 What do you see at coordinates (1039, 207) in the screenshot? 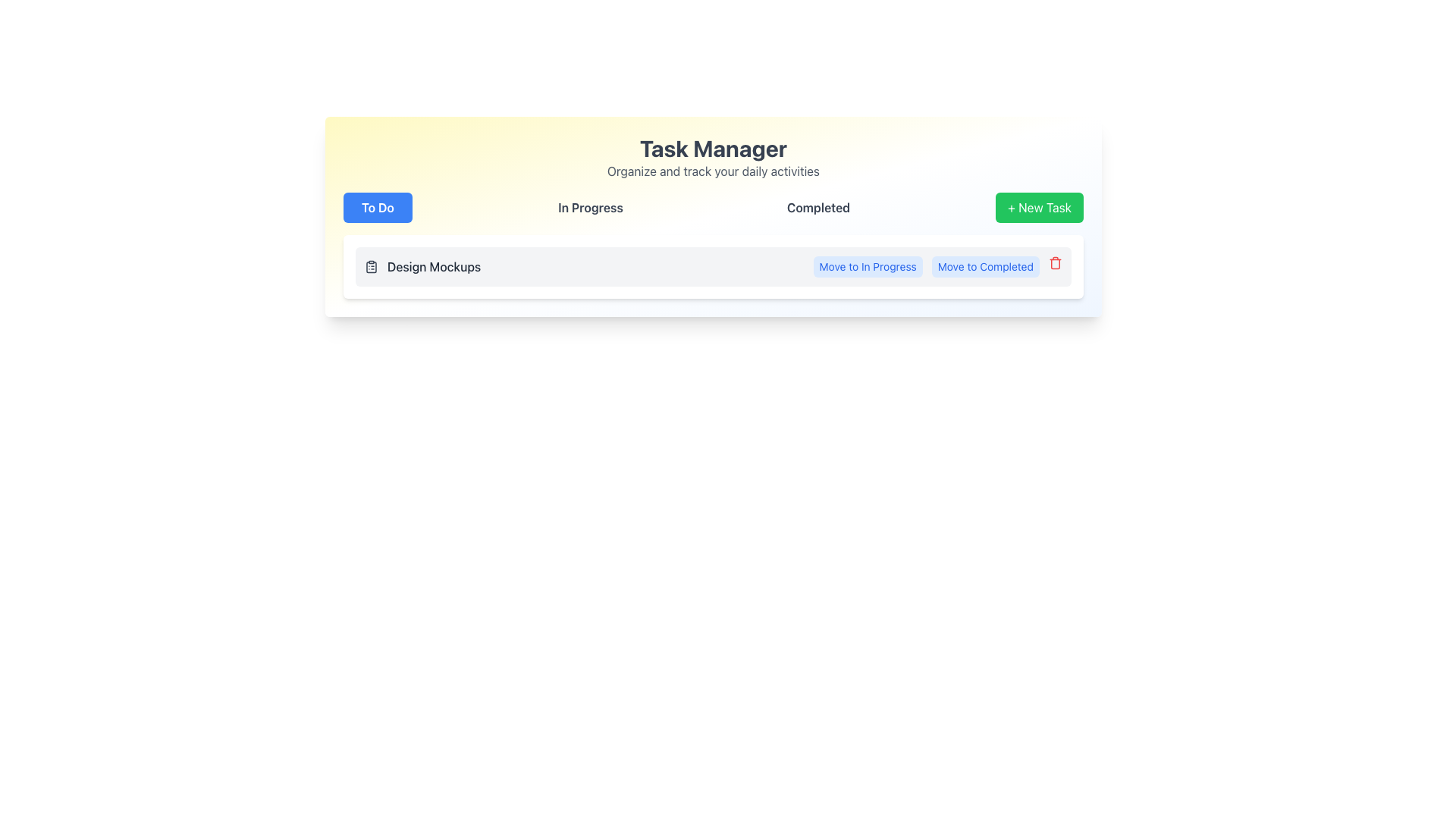
I see `the 'Create New Task' button located at the far-right side of a row of four elements in the task manager interface` at bounding box center [1039, 207].